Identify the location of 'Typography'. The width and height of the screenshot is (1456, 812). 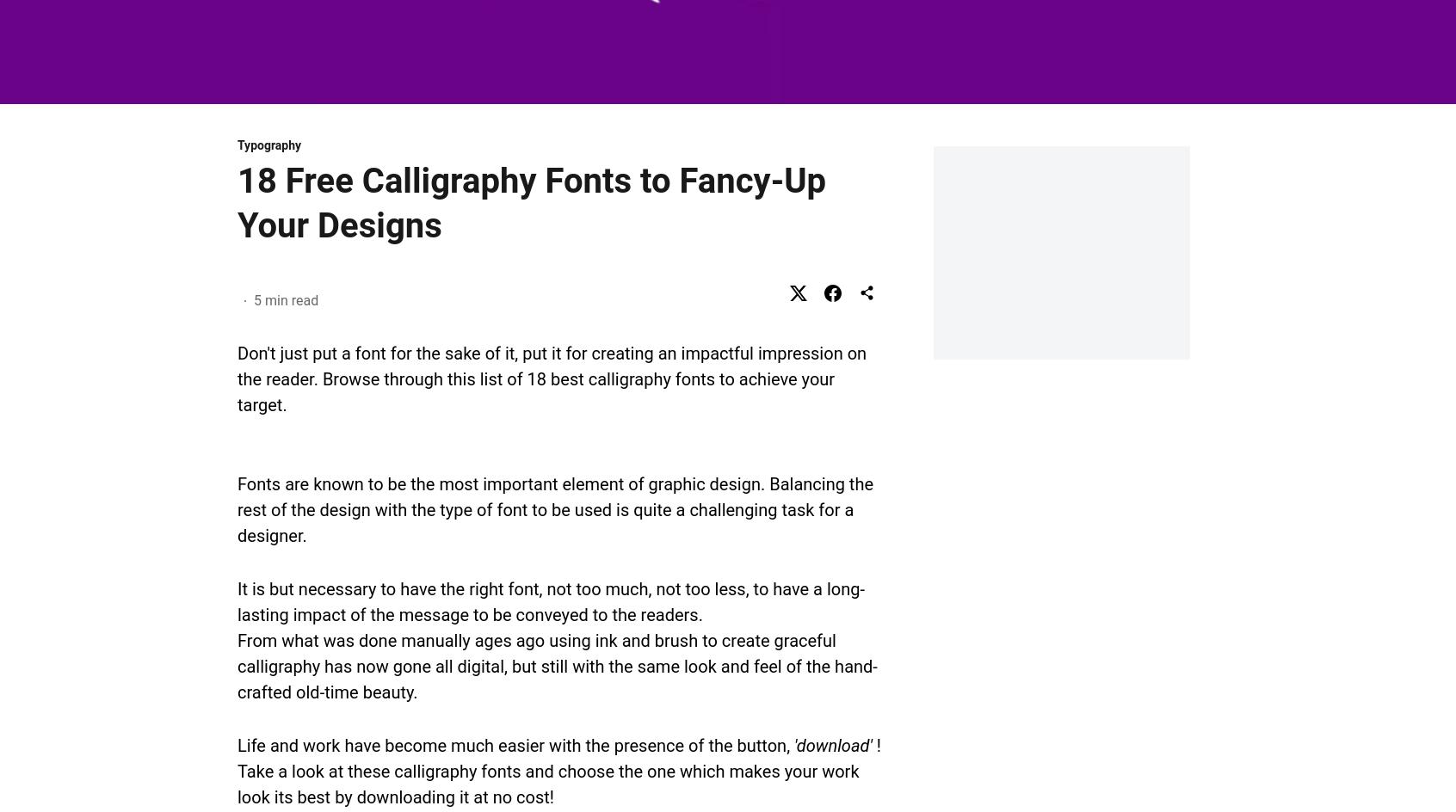
(268, 145).